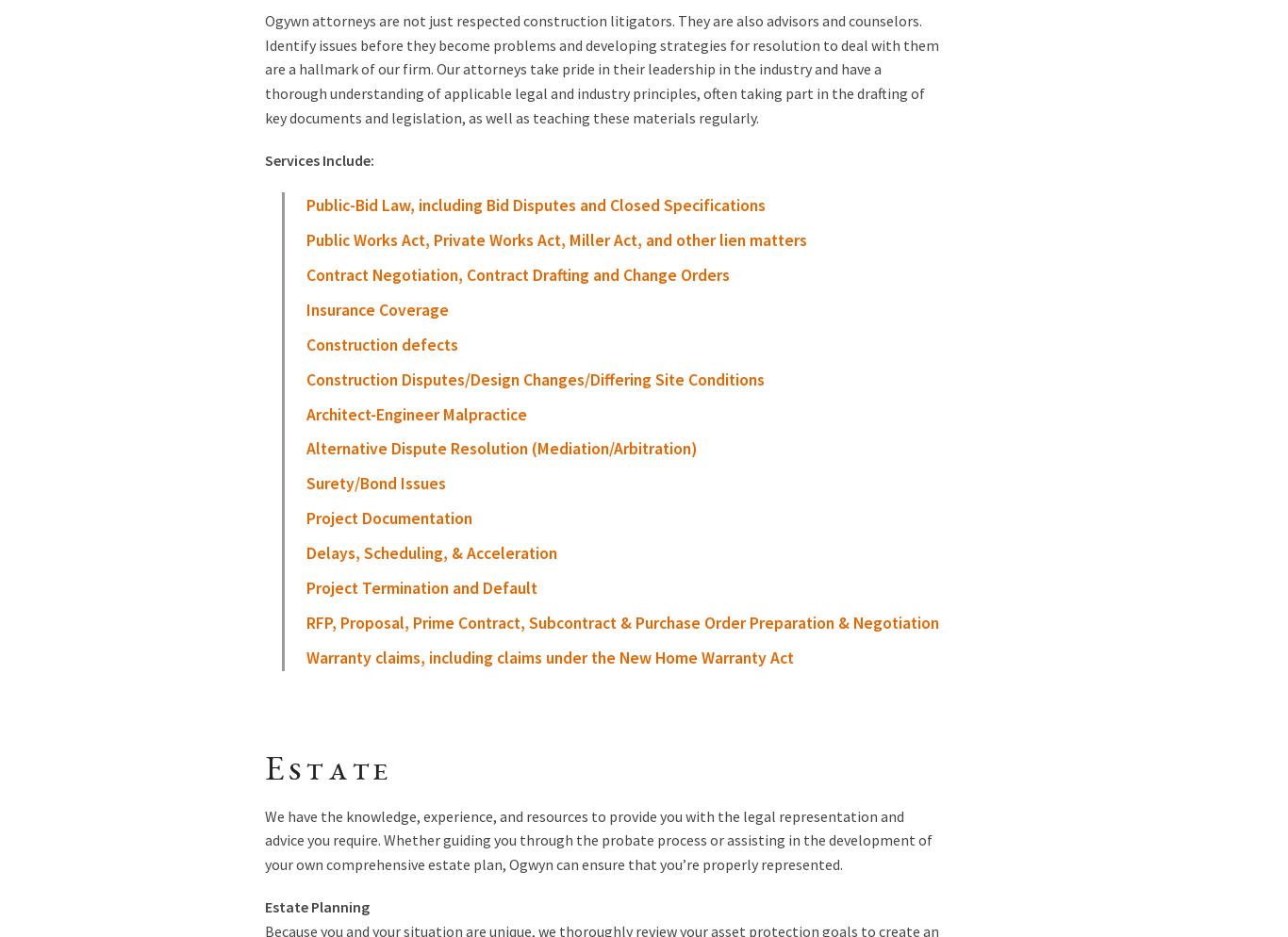 This screenshot has height=937, width=1288. What do you see at coordinates (305, 656) in the screenshot?
I see `'Warranty claims, including claims under the New Home Warranty Act'` at bounding box center [305, 656].